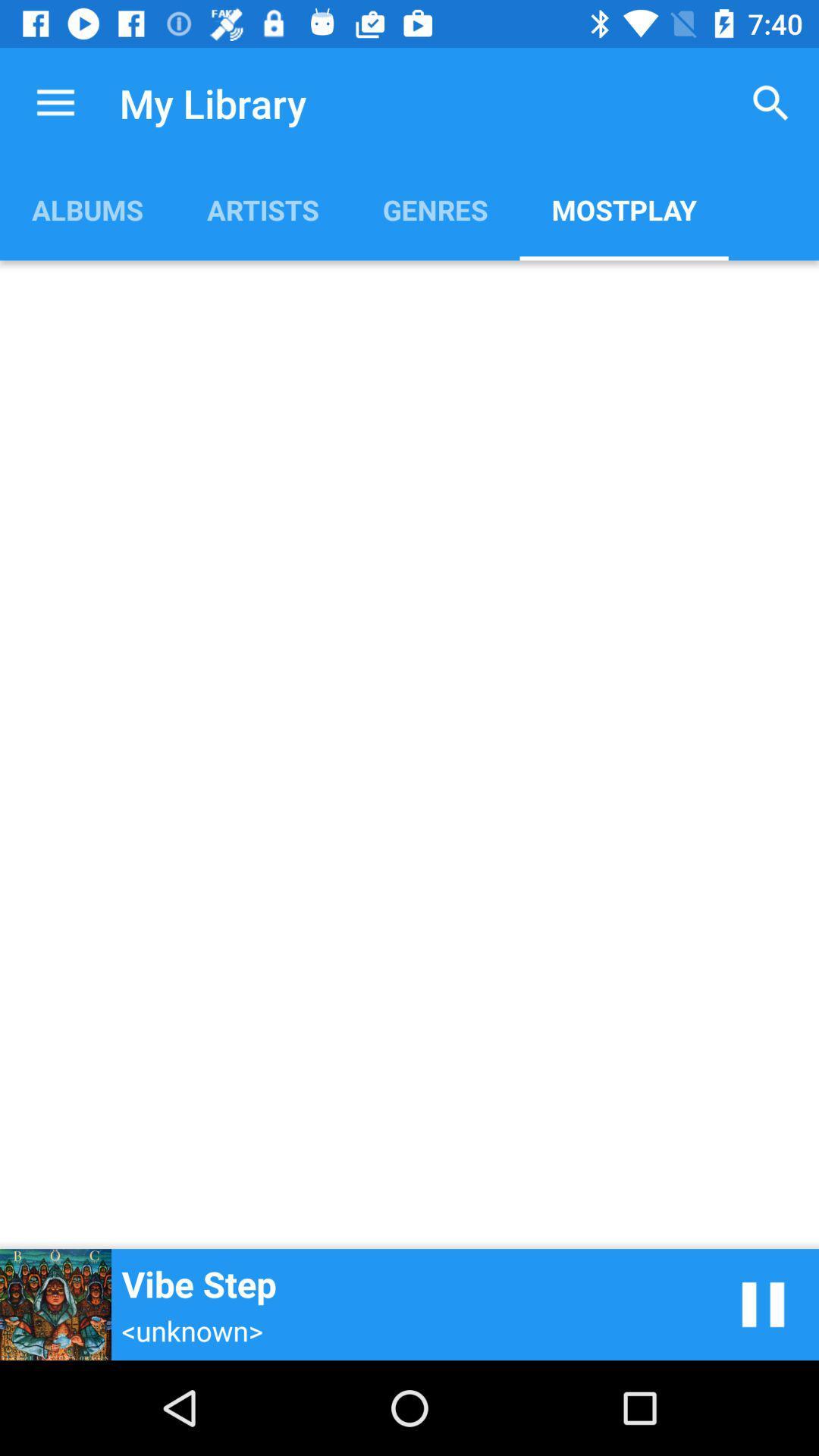 The height and width of the screenshot is (1456, 819). What do you see at coordinates (771, 102) in the screenshot?
I see `the item to the right of genres` at bounding box center [771, 102].